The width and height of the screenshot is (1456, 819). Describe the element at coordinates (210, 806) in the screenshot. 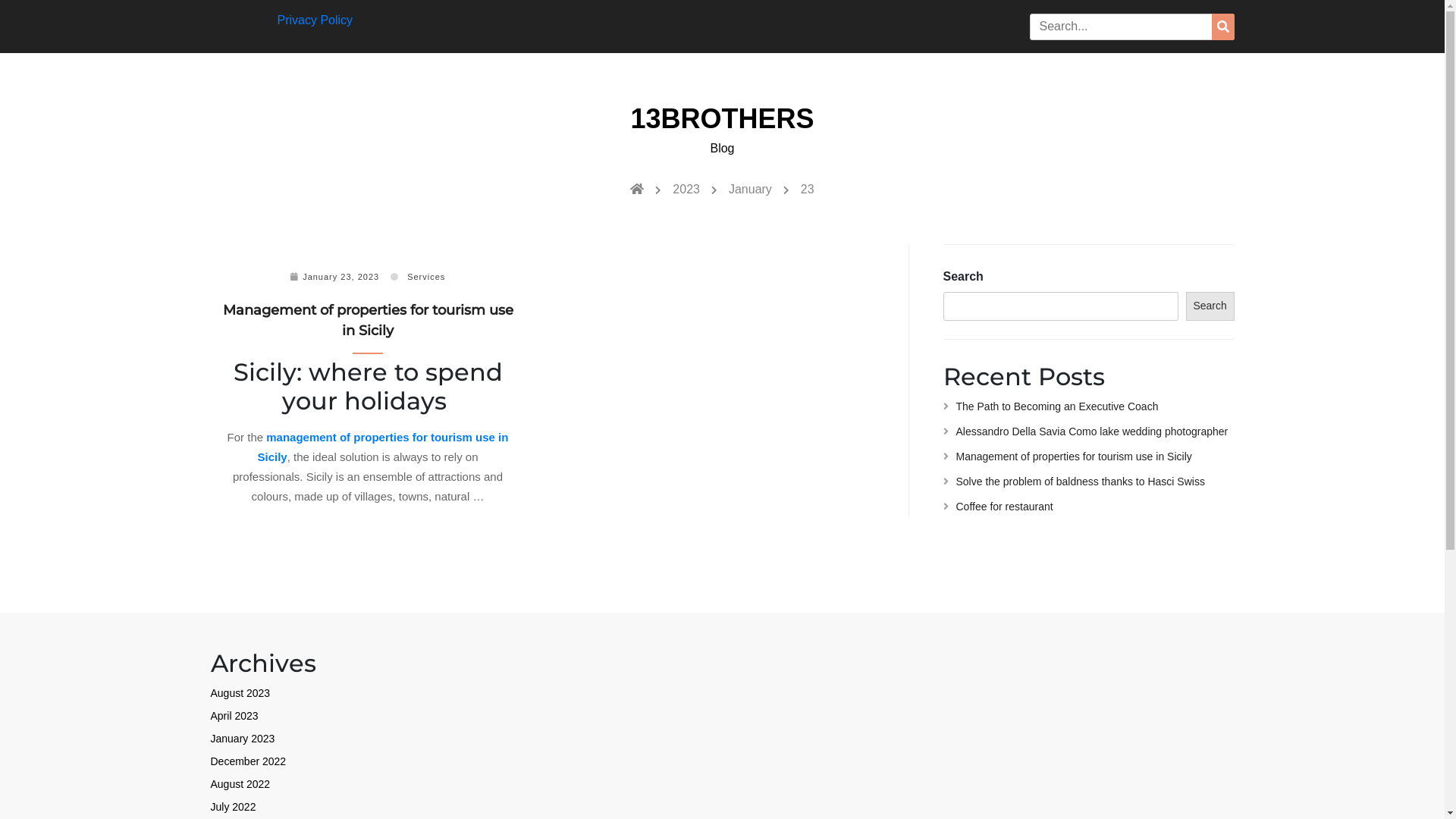

I see `'July 2022'` at that location.